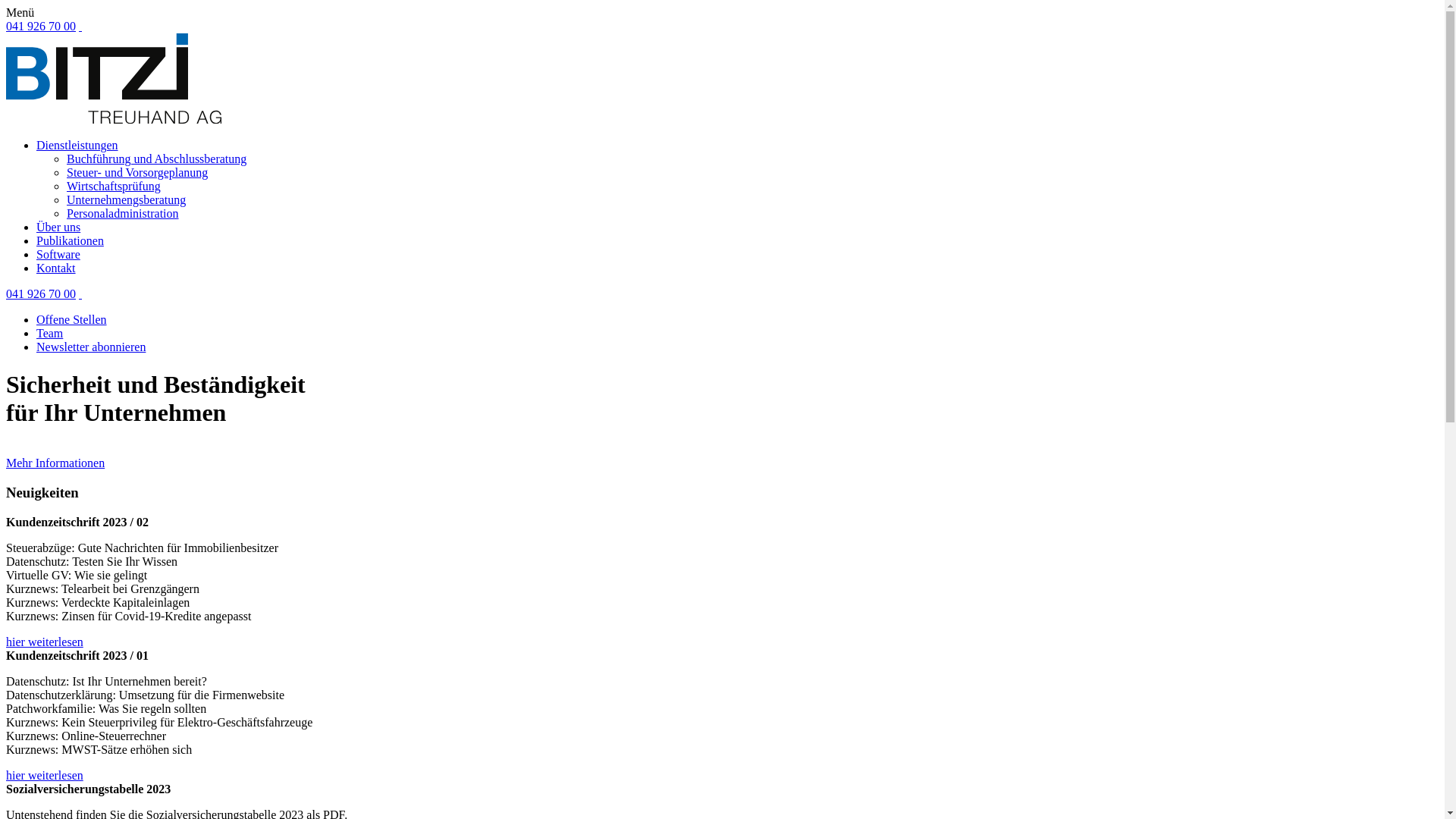  Describe the element at coordinates (126, 199) in the screenshot. I see `'Unternehmengsberatung'` at that location.